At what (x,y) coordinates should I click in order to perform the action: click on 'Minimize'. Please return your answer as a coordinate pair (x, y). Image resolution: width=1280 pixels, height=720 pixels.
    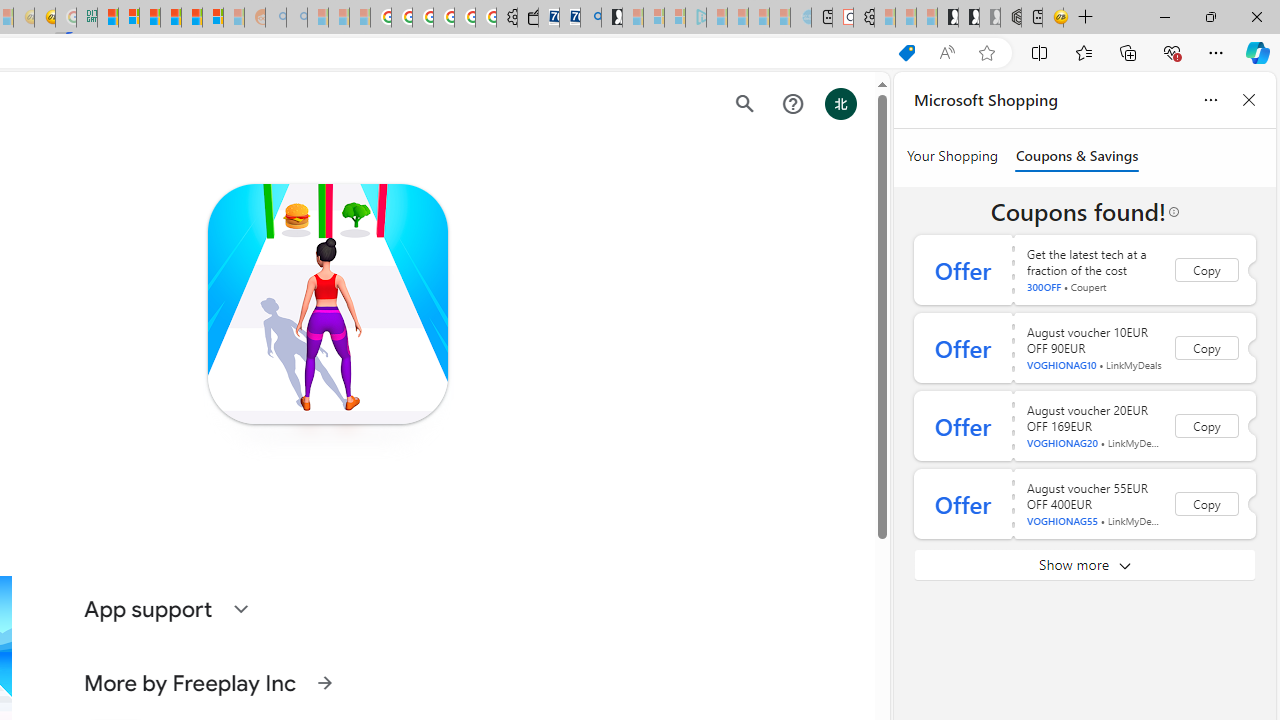
    Looking at the image, I should click on (1164, 16).